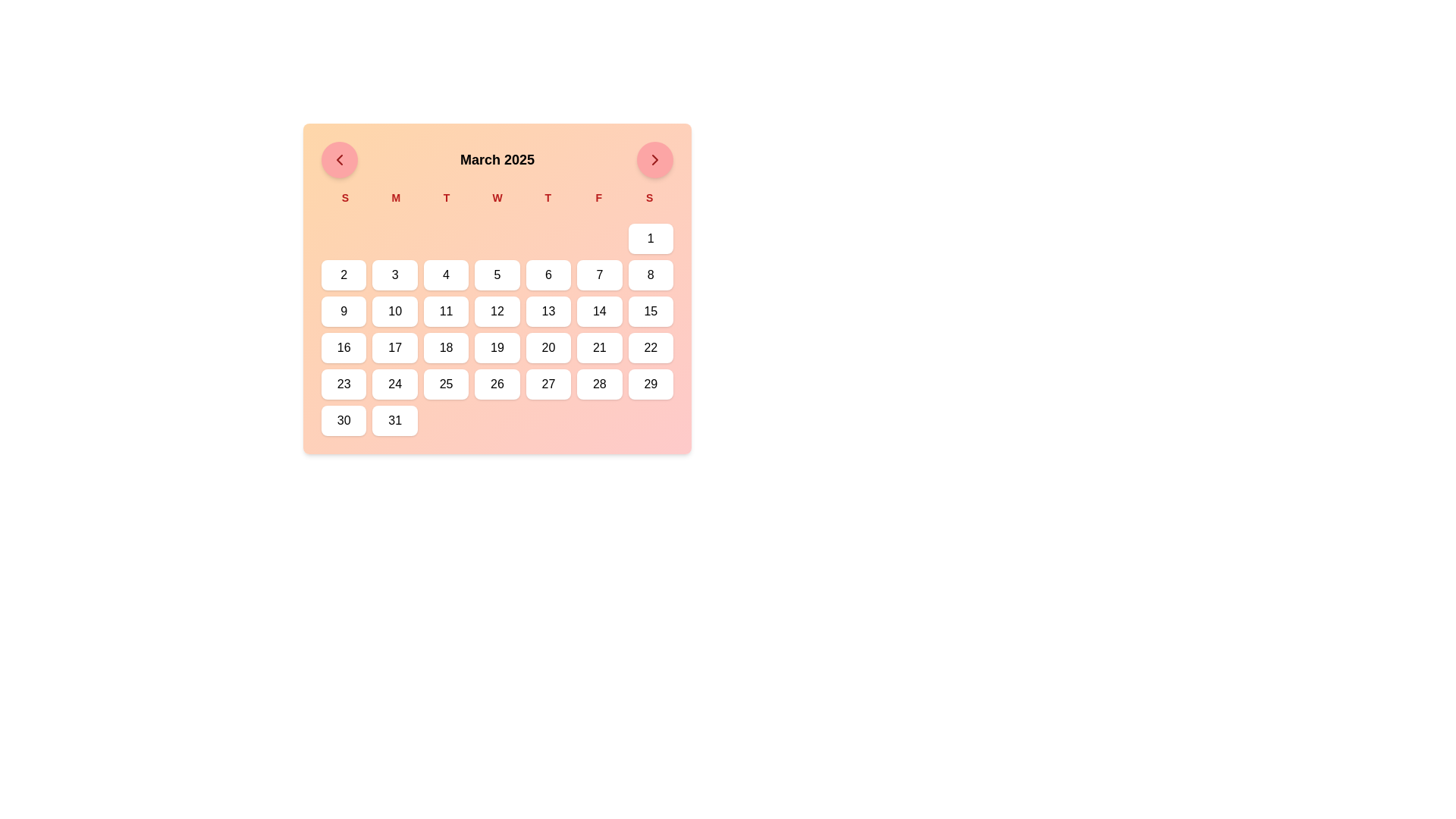 Image resolution: width=1456 pixels, height=819 pixels. What do you see at coordinates (497, 160) in the screenshot?
I see `Text Label indicating the currently selected month and year in the calendar interface for additional details` at bounding box center [497, 160].